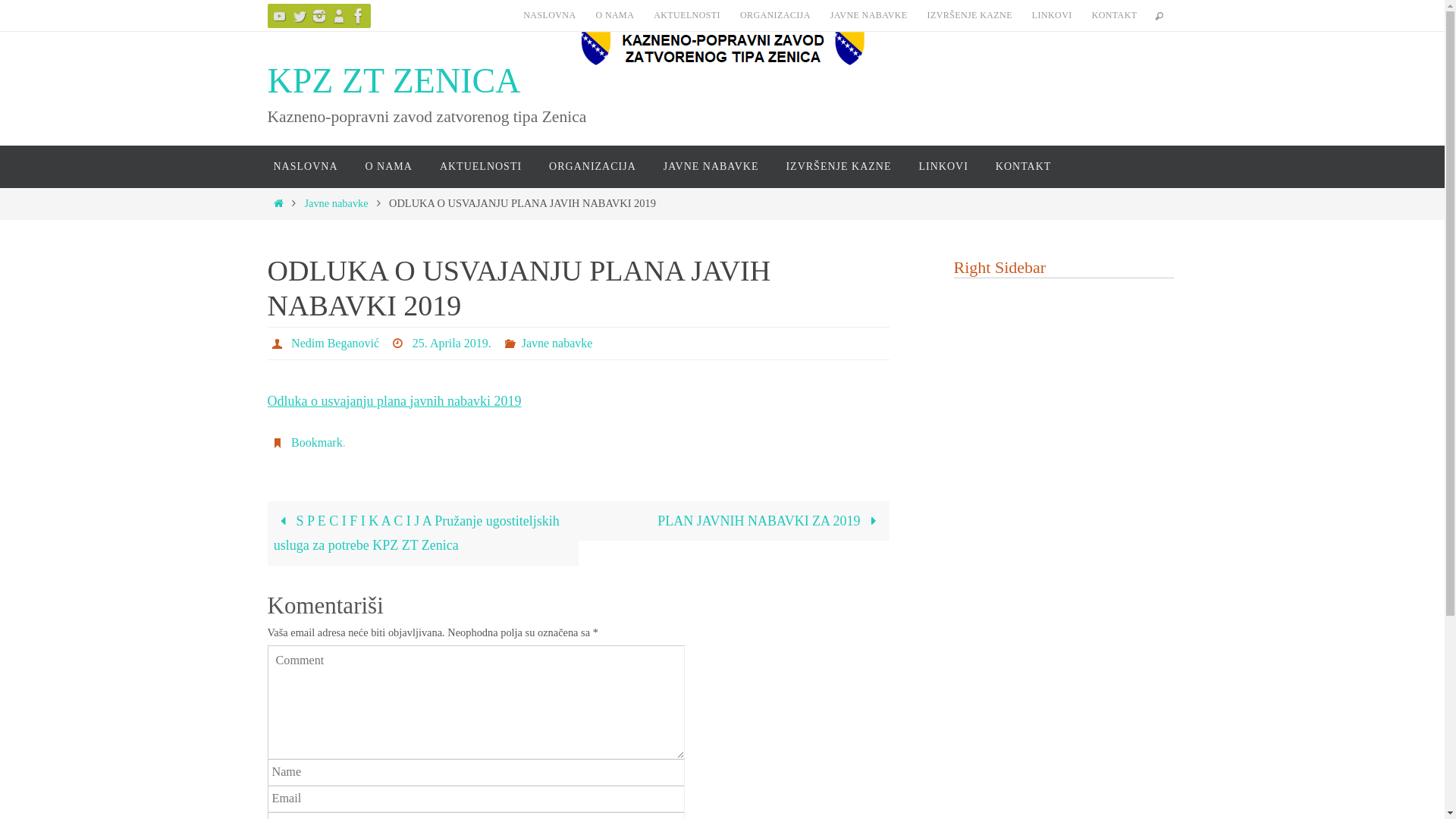 This screenshot has height=819, width=1456. I want to click on 'AboutMe', so click(337, 15).